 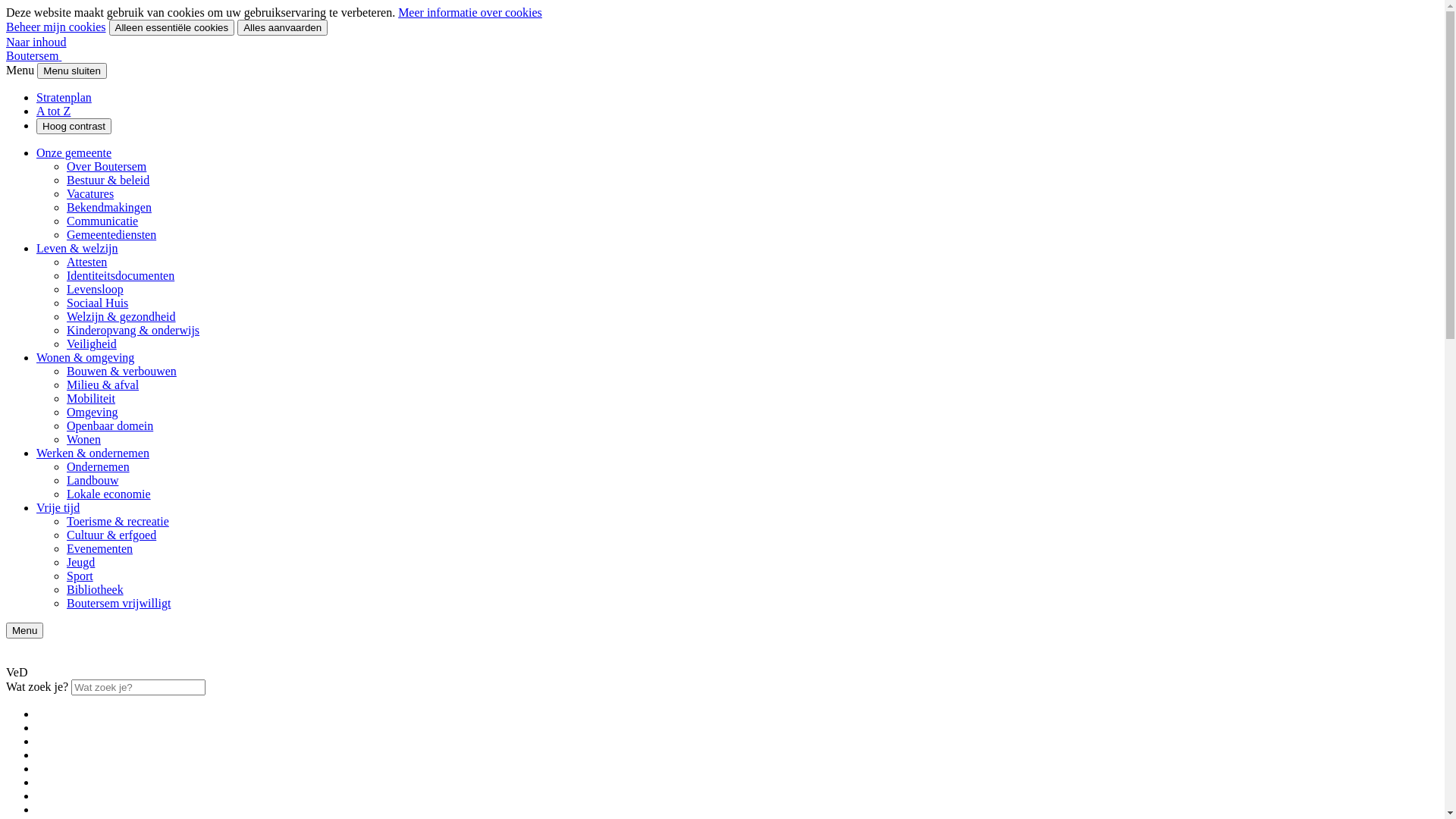 What do you see at coordinates (65, 602) in the screenshot?
I see `'Boutersem vrijwilligt'` at bounding box center [65, 602].